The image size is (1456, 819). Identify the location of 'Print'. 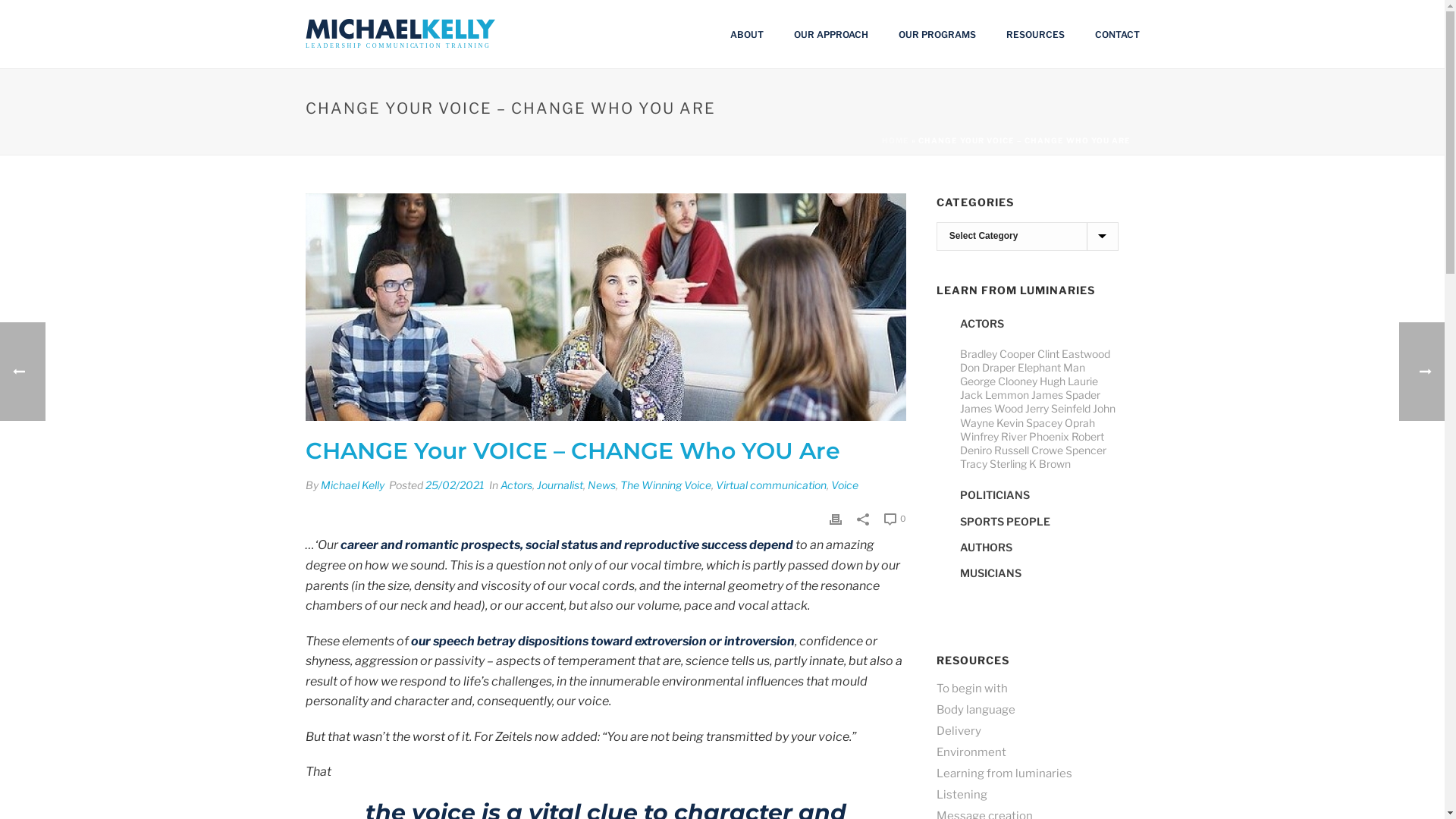
(835, 516).